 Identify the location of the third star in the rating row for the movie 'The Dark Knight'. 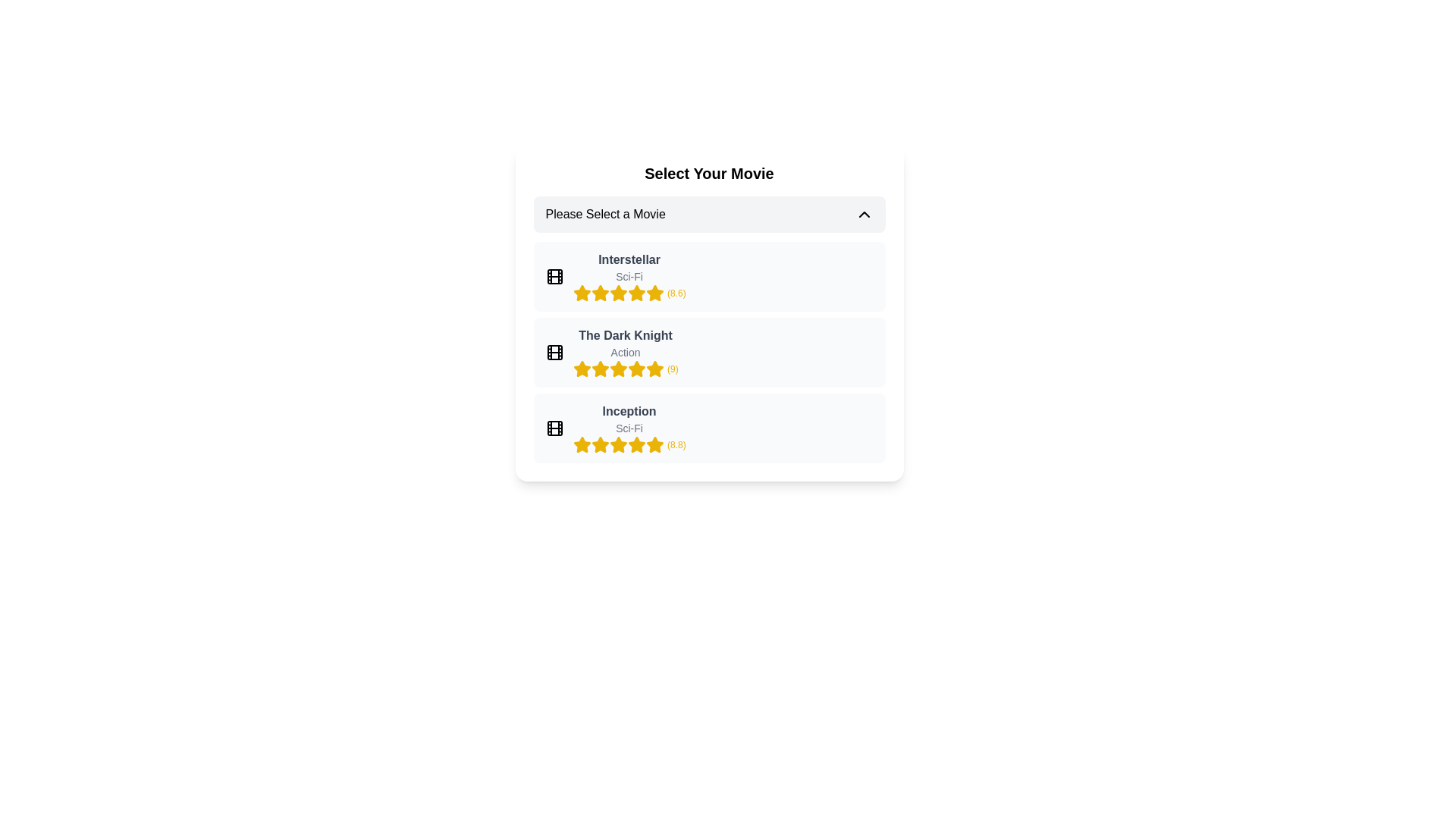
(618, 369).